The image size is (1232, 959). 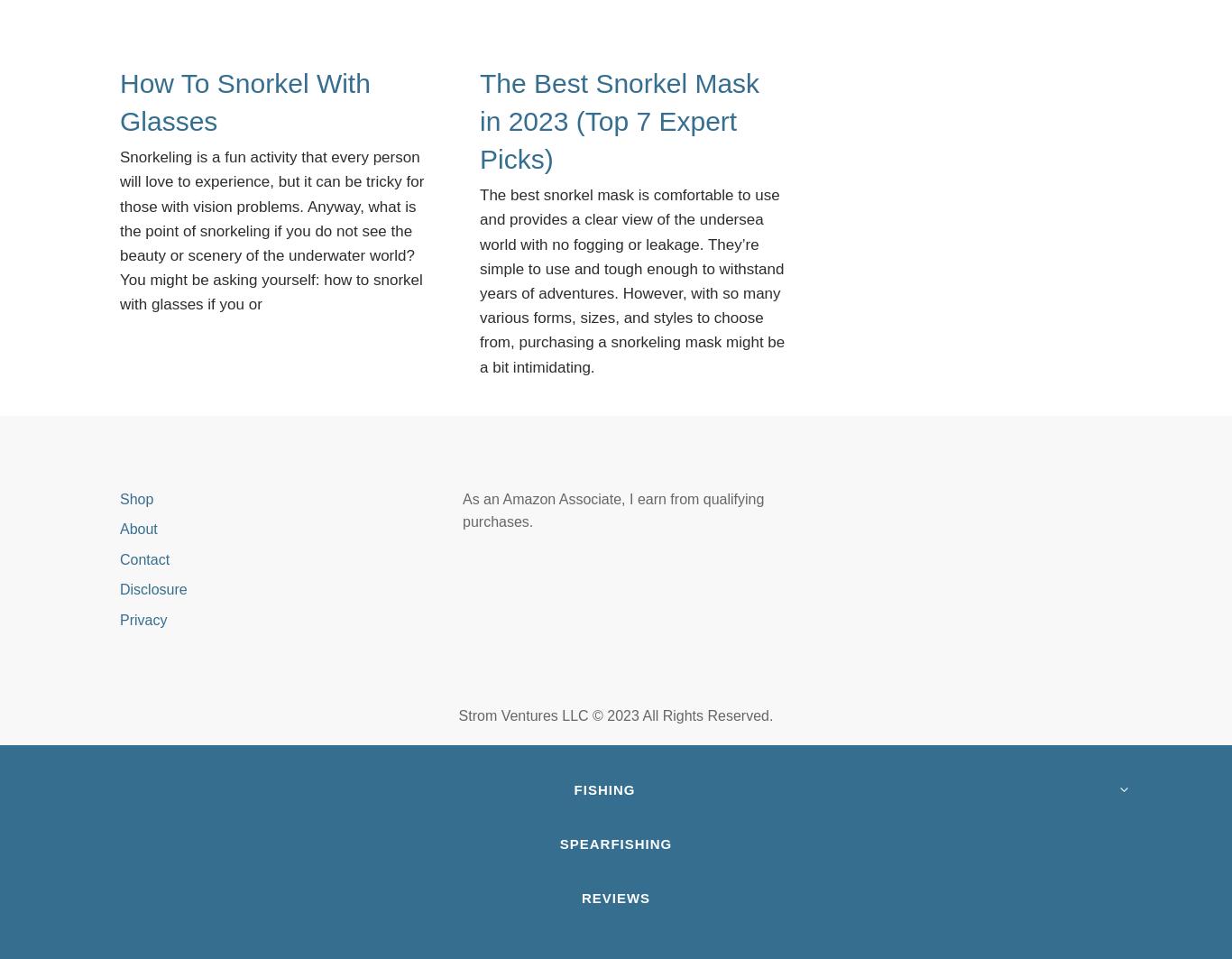 What do you see at coordinates (119, 497) in the screenshot?
I see `'Shop'` at bounding box center [119, 497].